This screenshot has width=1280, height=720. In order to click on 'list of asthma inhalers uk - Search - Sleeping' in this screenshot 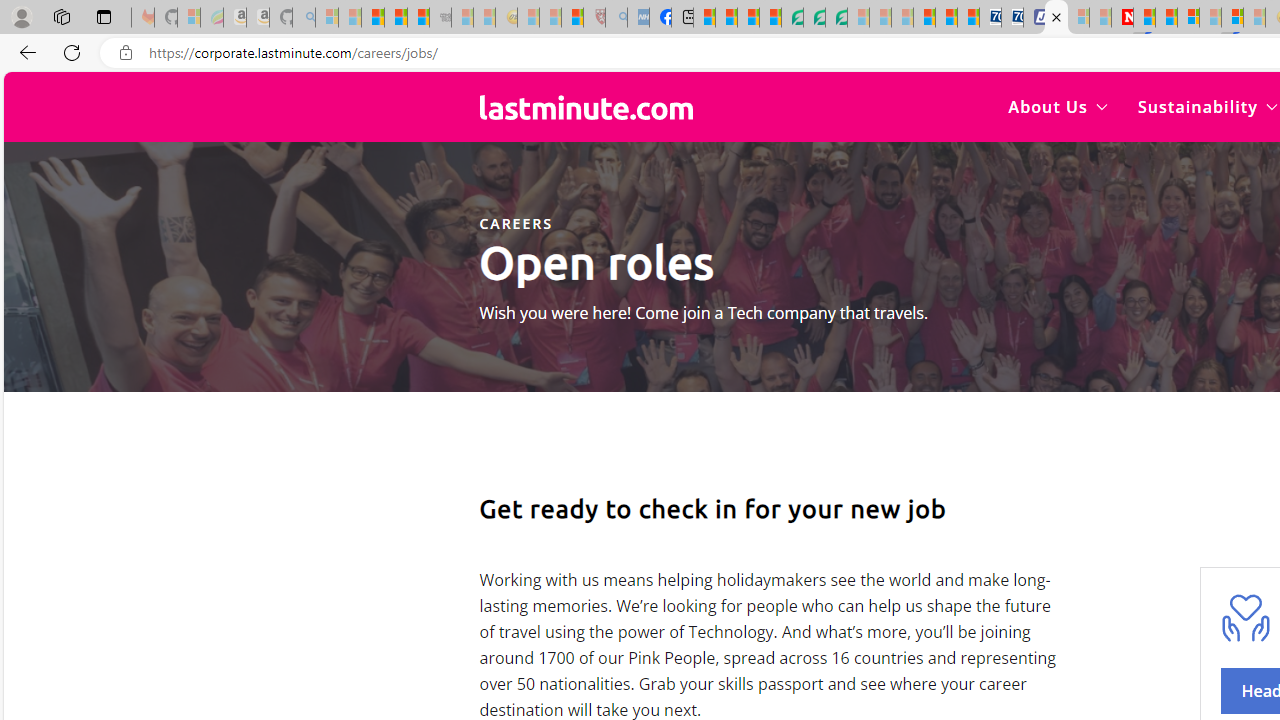, I will do `click(615, 17)`.